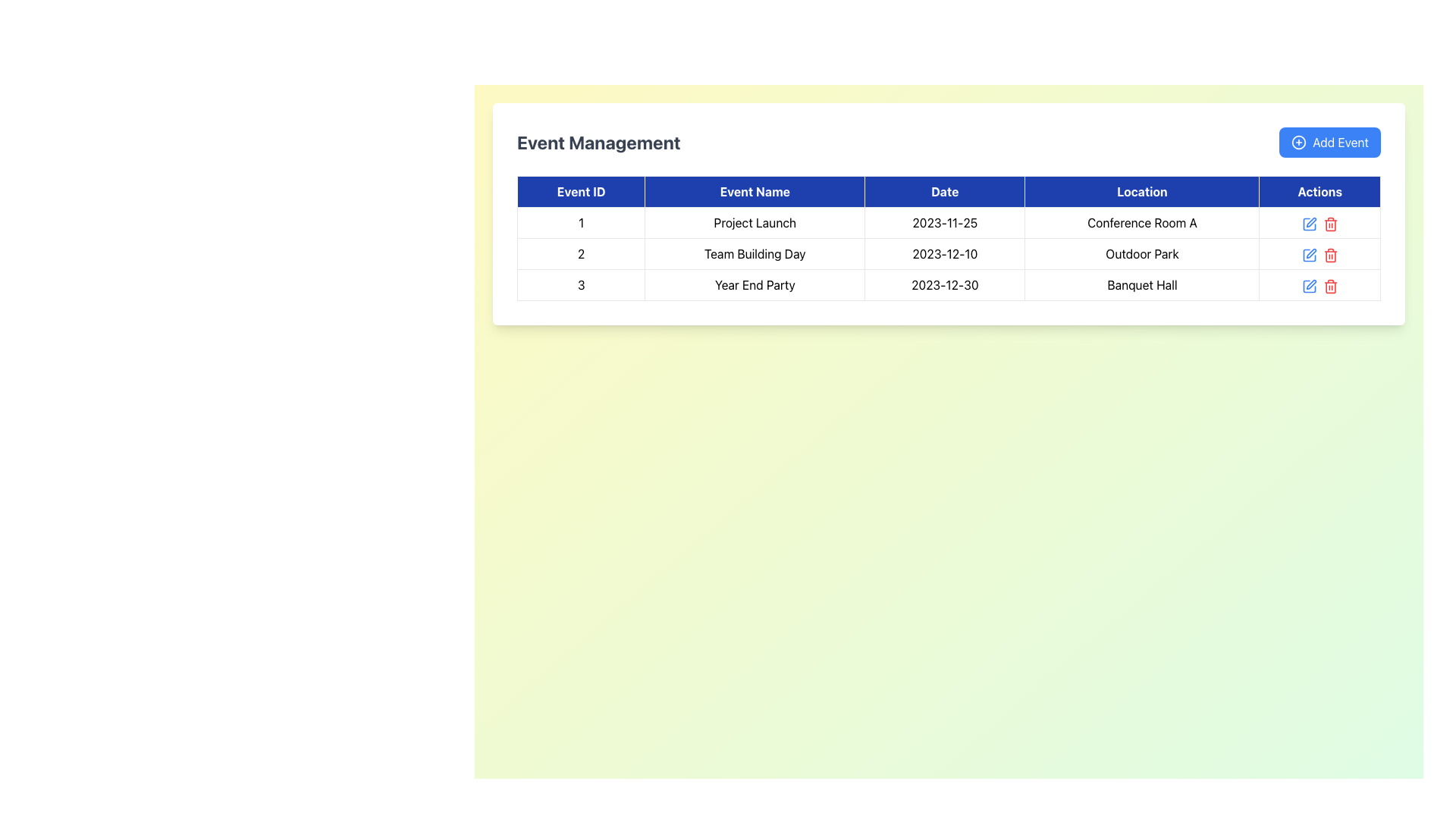 The height and width of the screenshot is (819, 1456). What do you see at coordinates (1298, 143) in the screenshot?
I see `the circular icon that visually complements the 'Add Event' button located at the top right corner of the primary card-like interface` at bounding box center [1298, 143].